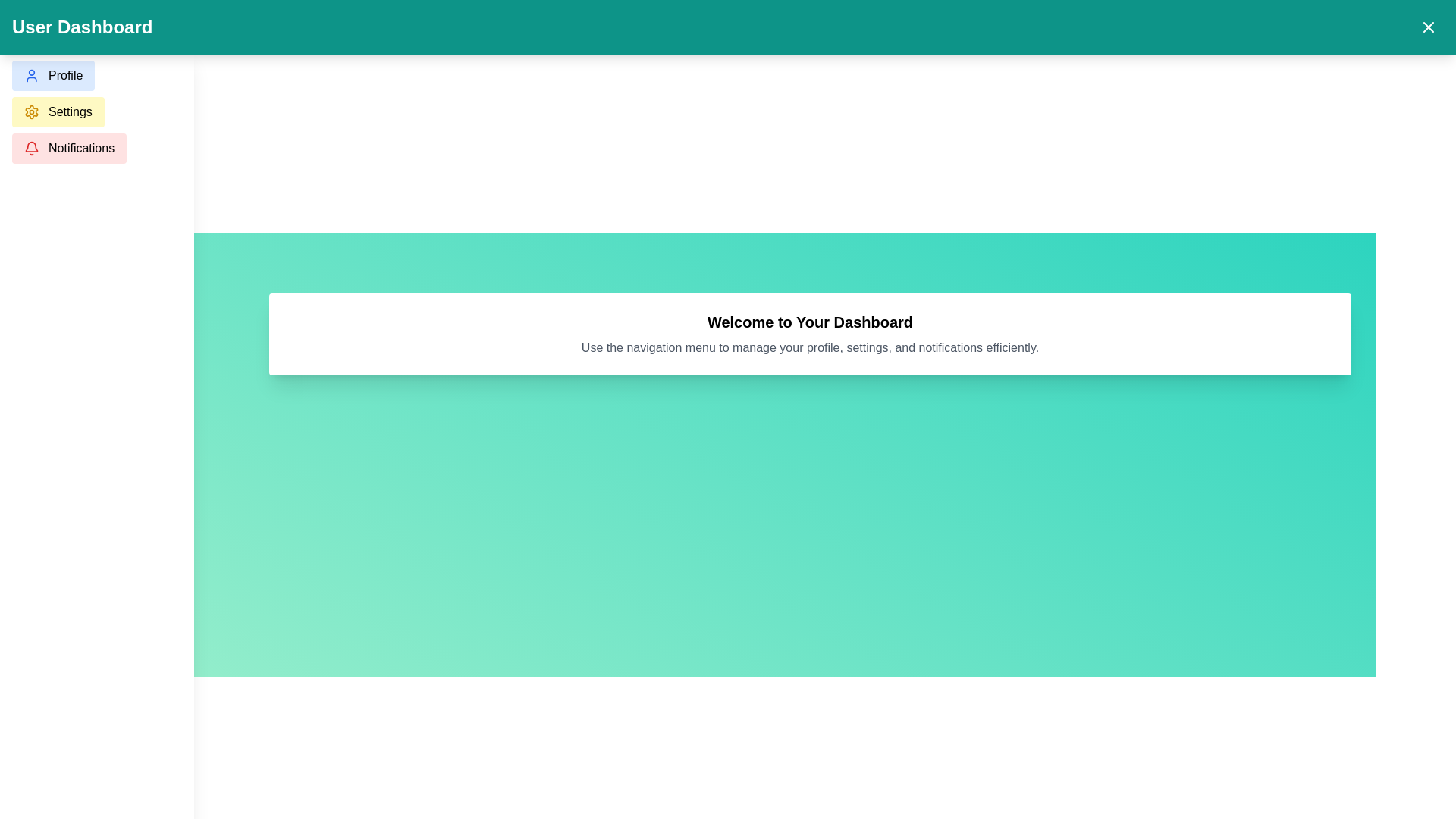  What do you see at coordinates (96, 111) in the screenshot?
I see `the 'Profile' option in the vertical navigation menu located in the sidebar panel` at bounding box center [96, 111].